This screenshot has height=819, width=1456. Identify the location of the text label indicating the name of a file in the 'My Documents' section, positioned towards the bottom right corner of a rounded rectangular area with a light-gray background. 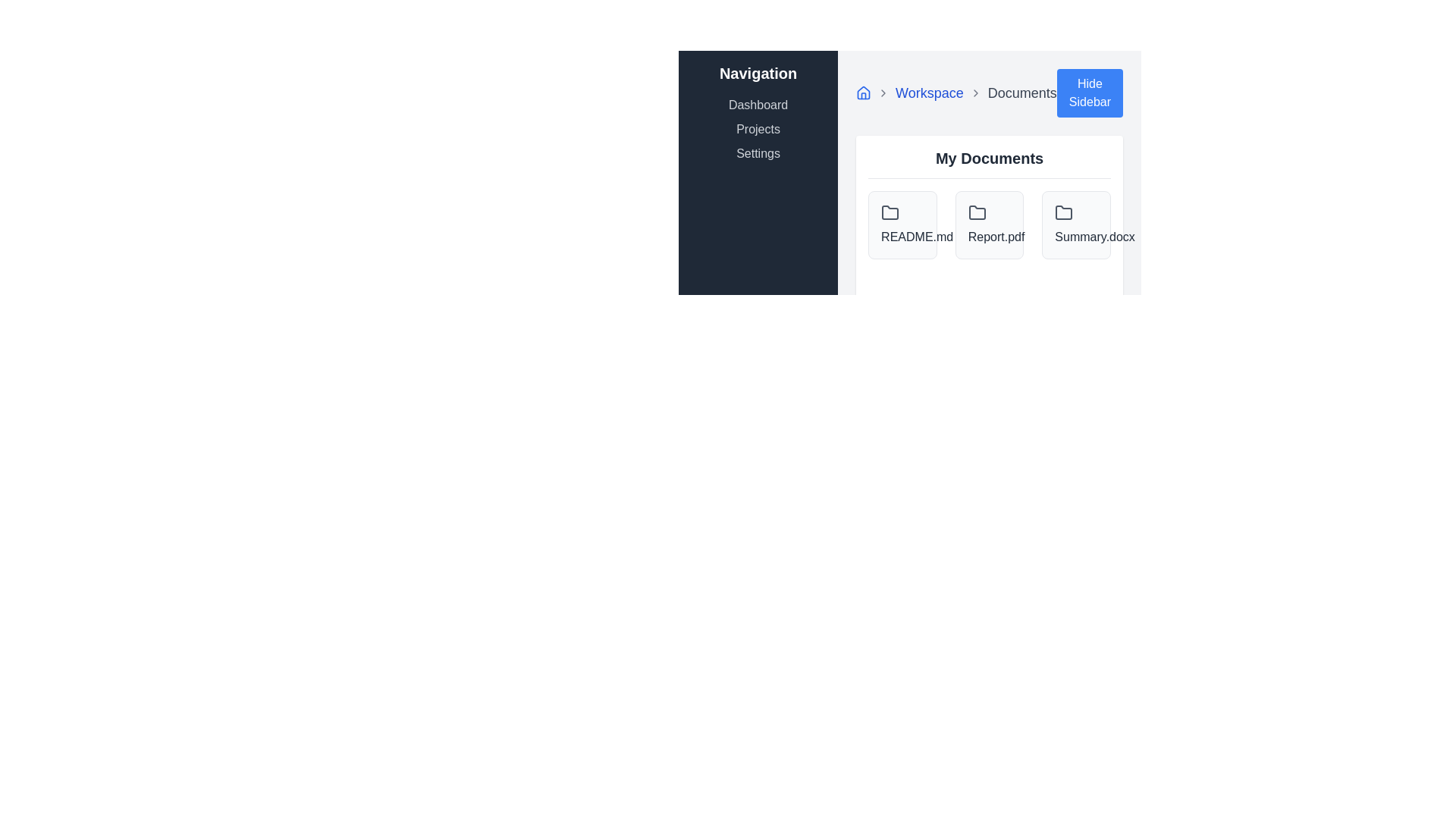
(1075, 237).